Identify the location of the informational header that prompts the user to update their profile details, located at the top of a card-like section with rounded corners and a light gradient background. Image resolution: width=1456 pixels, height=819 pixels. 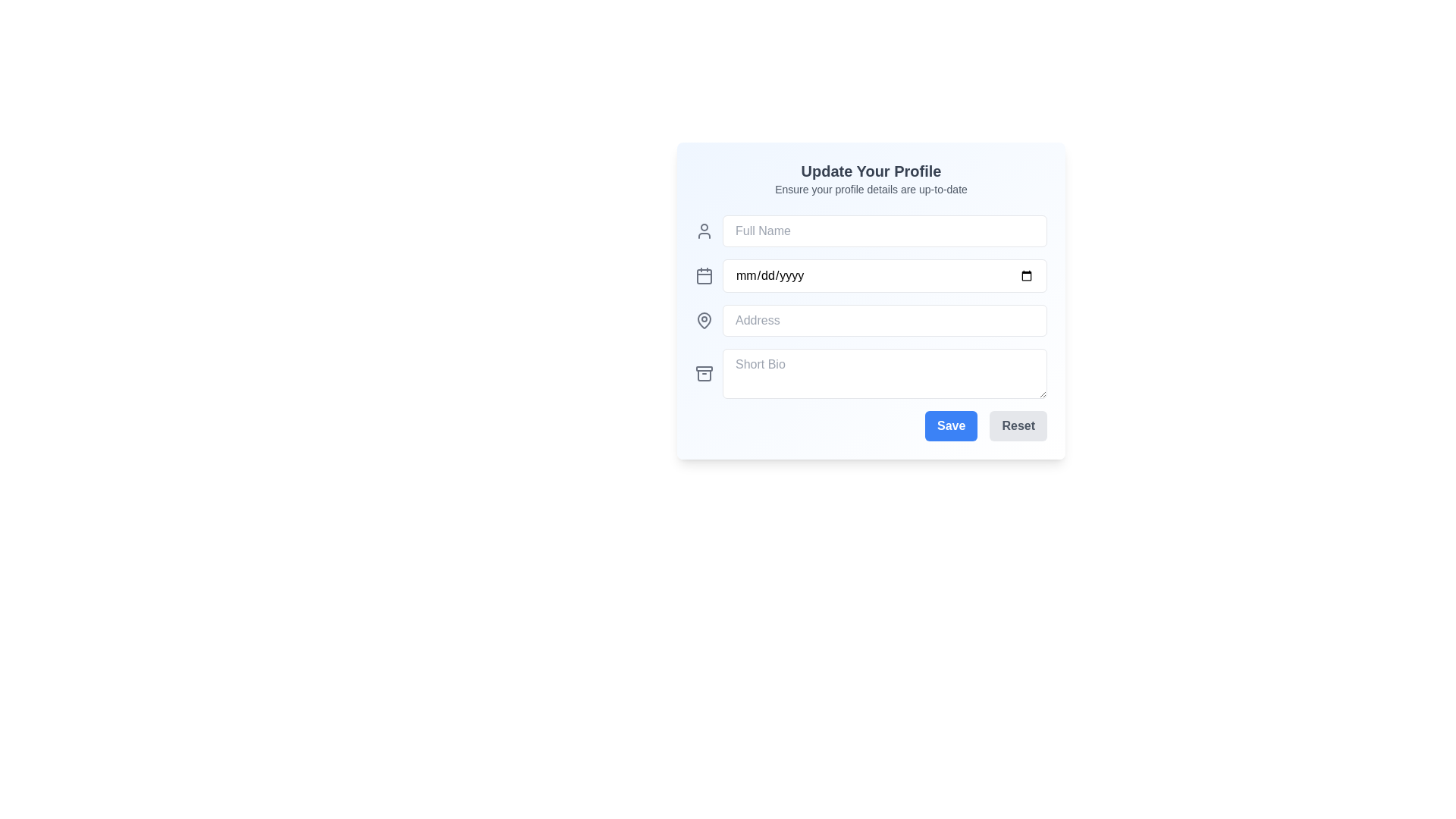
(871, 177).